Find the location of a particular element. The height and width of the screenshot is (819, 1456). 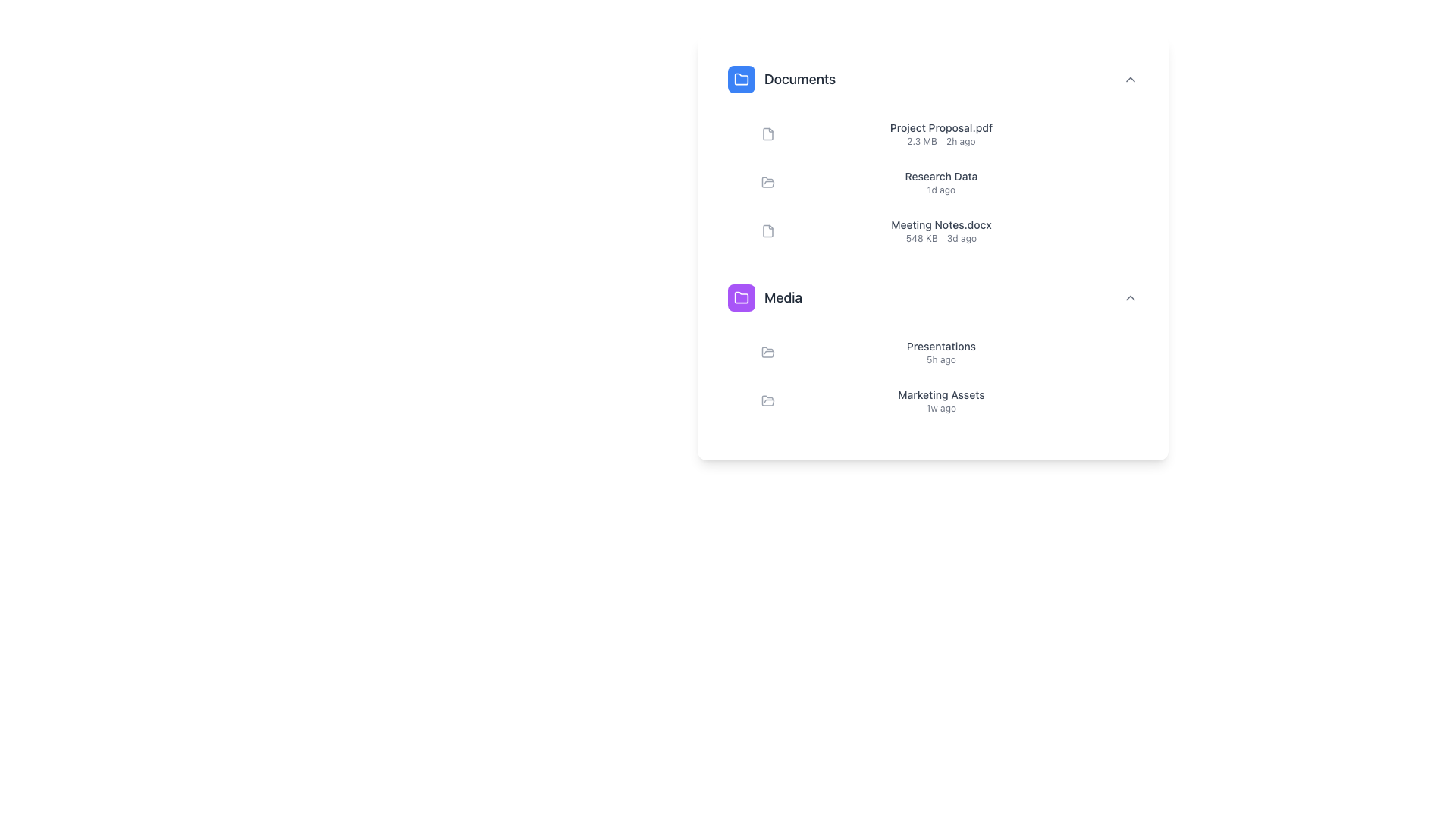

the chevron icon at the far right of the 'Media' section is located at coordinates (1131, 298).